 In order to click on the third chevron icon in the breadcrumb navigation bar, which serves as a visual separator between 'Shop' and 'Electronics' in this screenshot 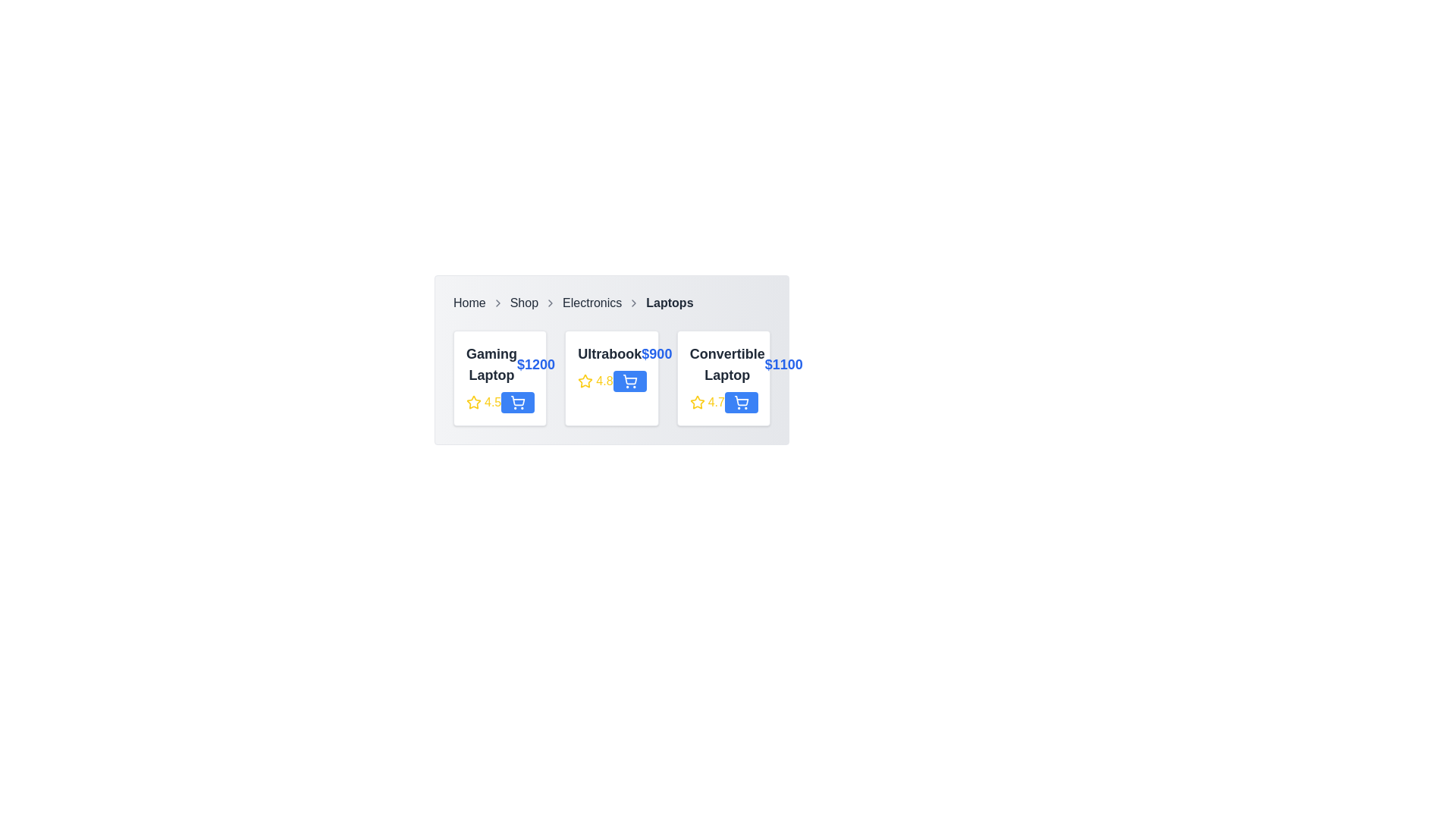, I will do `click(550, 303)`.